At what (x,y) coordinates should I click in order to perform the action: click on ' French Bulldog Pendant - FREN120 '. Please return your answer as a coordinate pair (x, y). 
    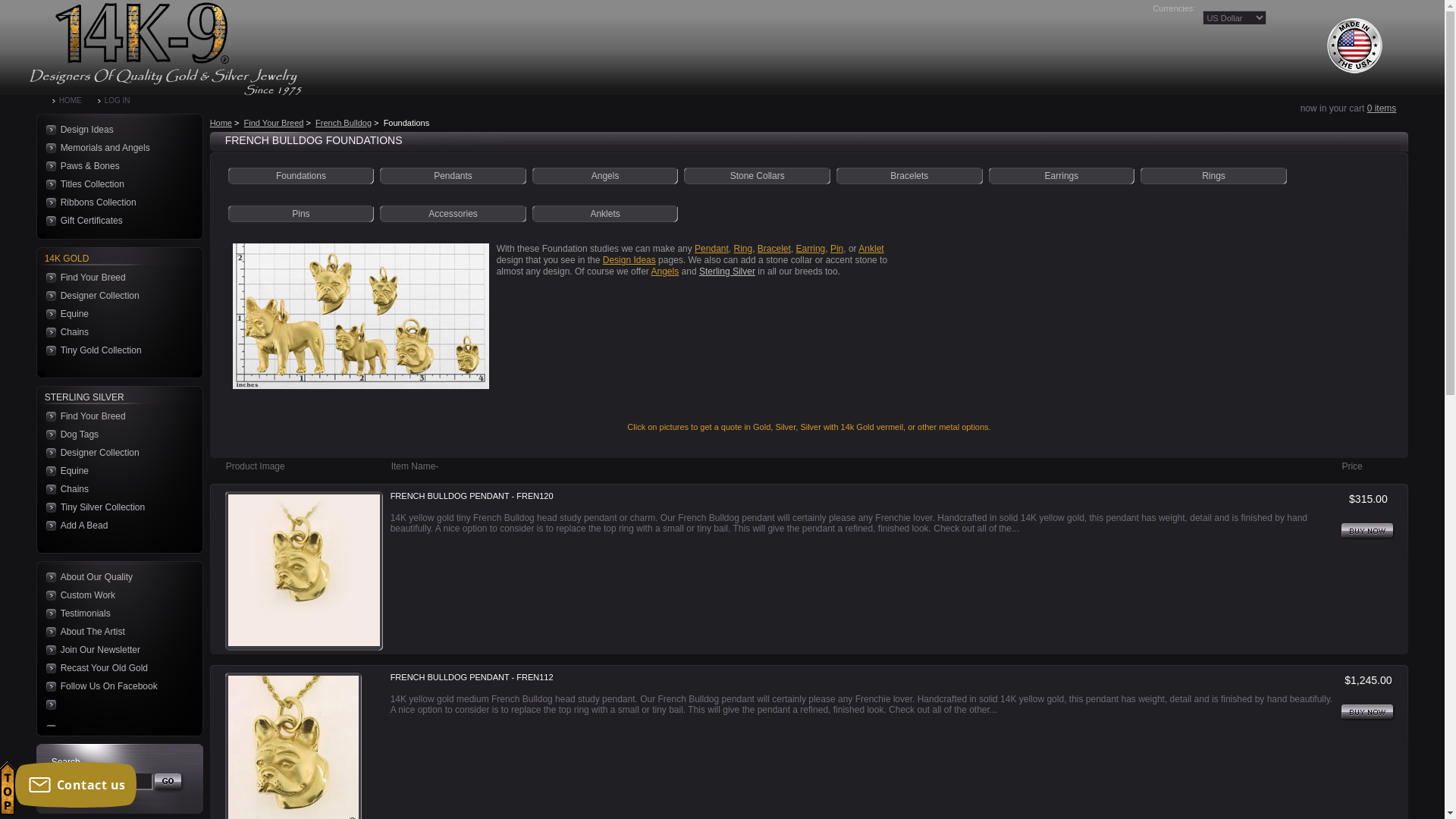
    Looking at the image, I should click on (303, 570).